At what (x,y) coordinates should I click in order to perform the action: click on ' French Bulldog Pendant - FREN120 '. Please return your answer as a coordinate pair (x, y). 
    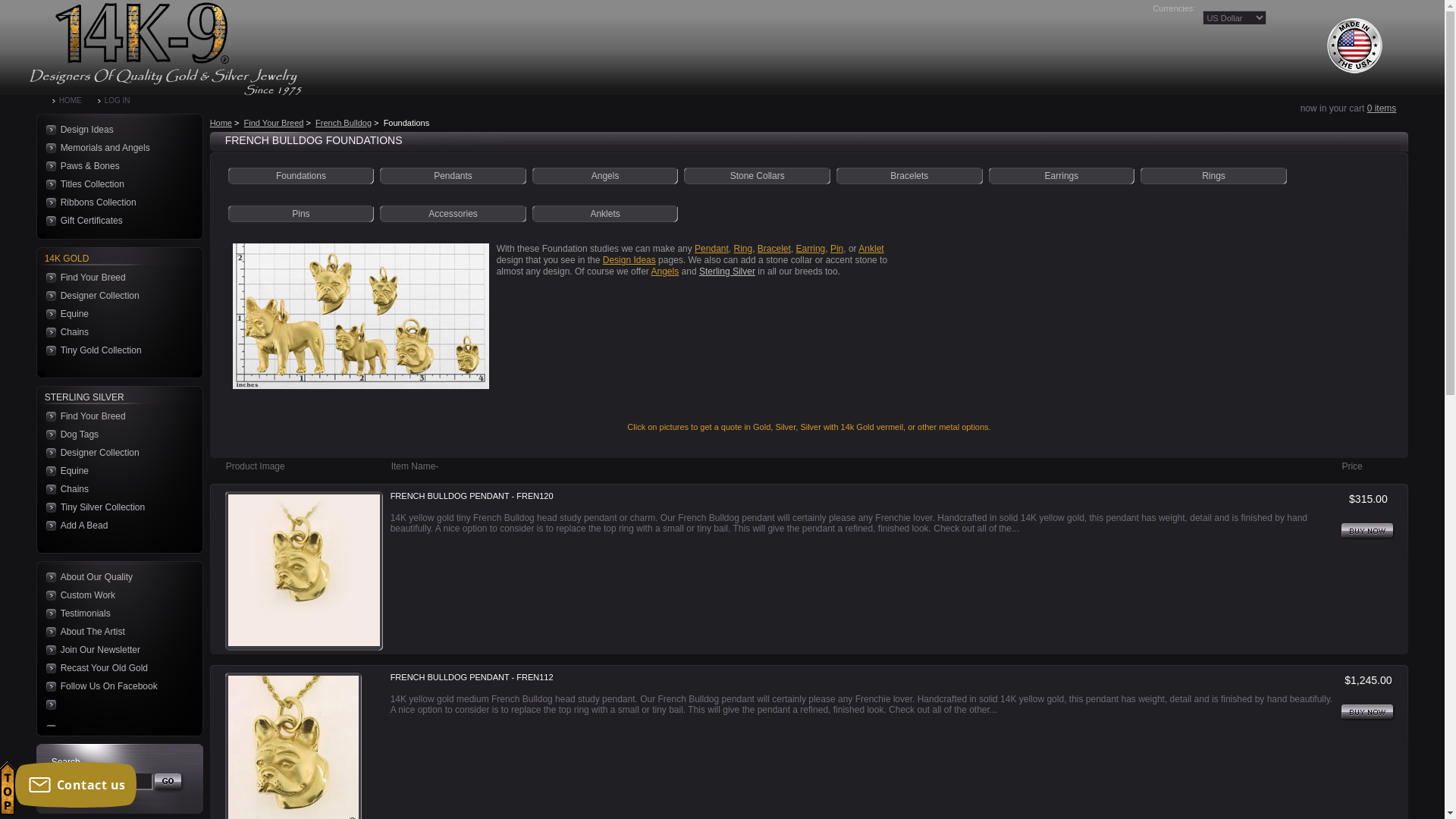
    Looking at the image, I should click on (303, 570).